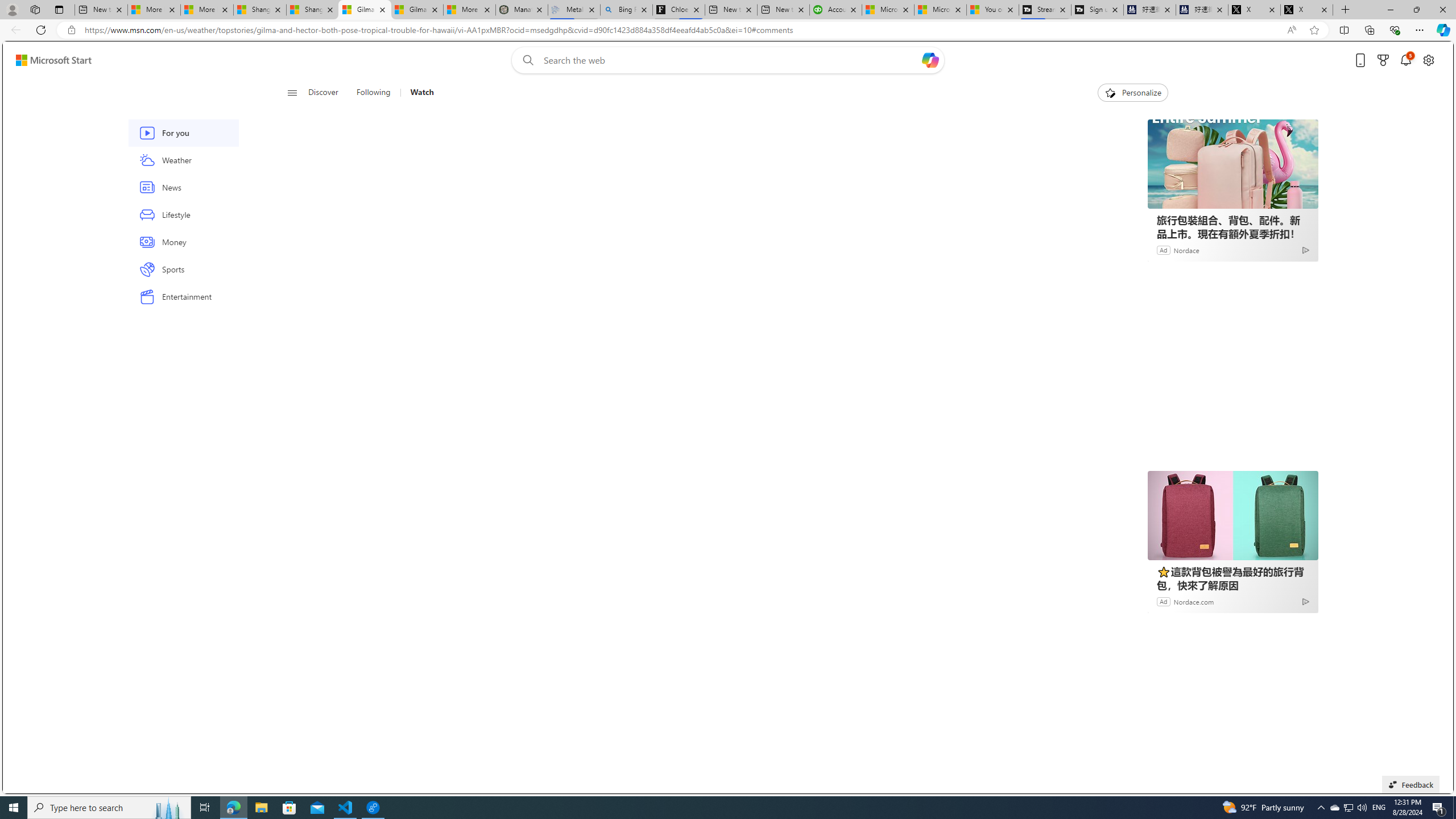 This screenshot has height=819, width=1456. What do you see at coordinates (292, 92) in the screenshot?
I see `'Open navigation menu'` at bounding box center [292, 92].